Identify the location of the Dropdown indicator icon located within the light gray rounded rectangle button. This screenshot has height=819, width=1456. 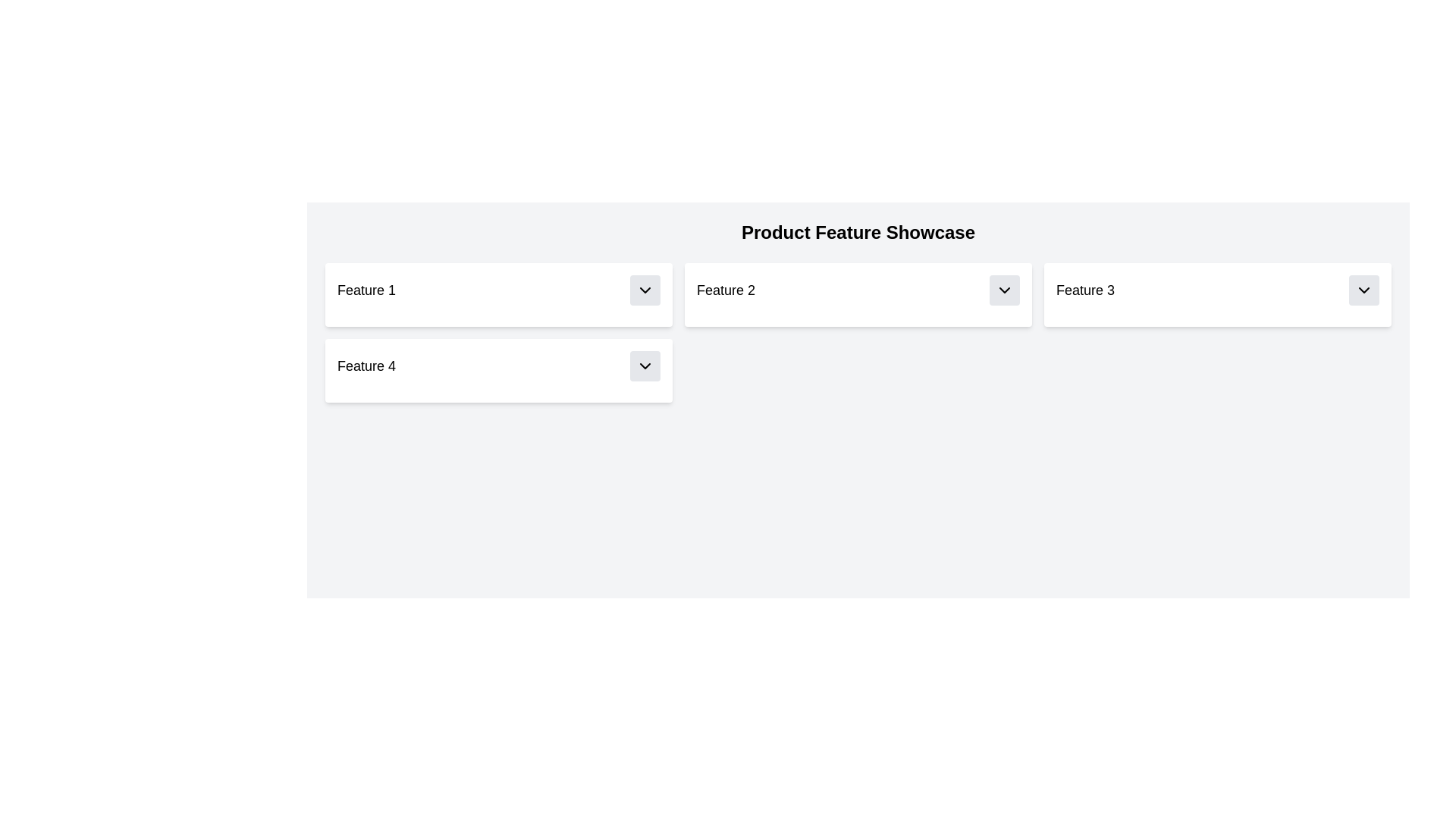
(1004, 290).